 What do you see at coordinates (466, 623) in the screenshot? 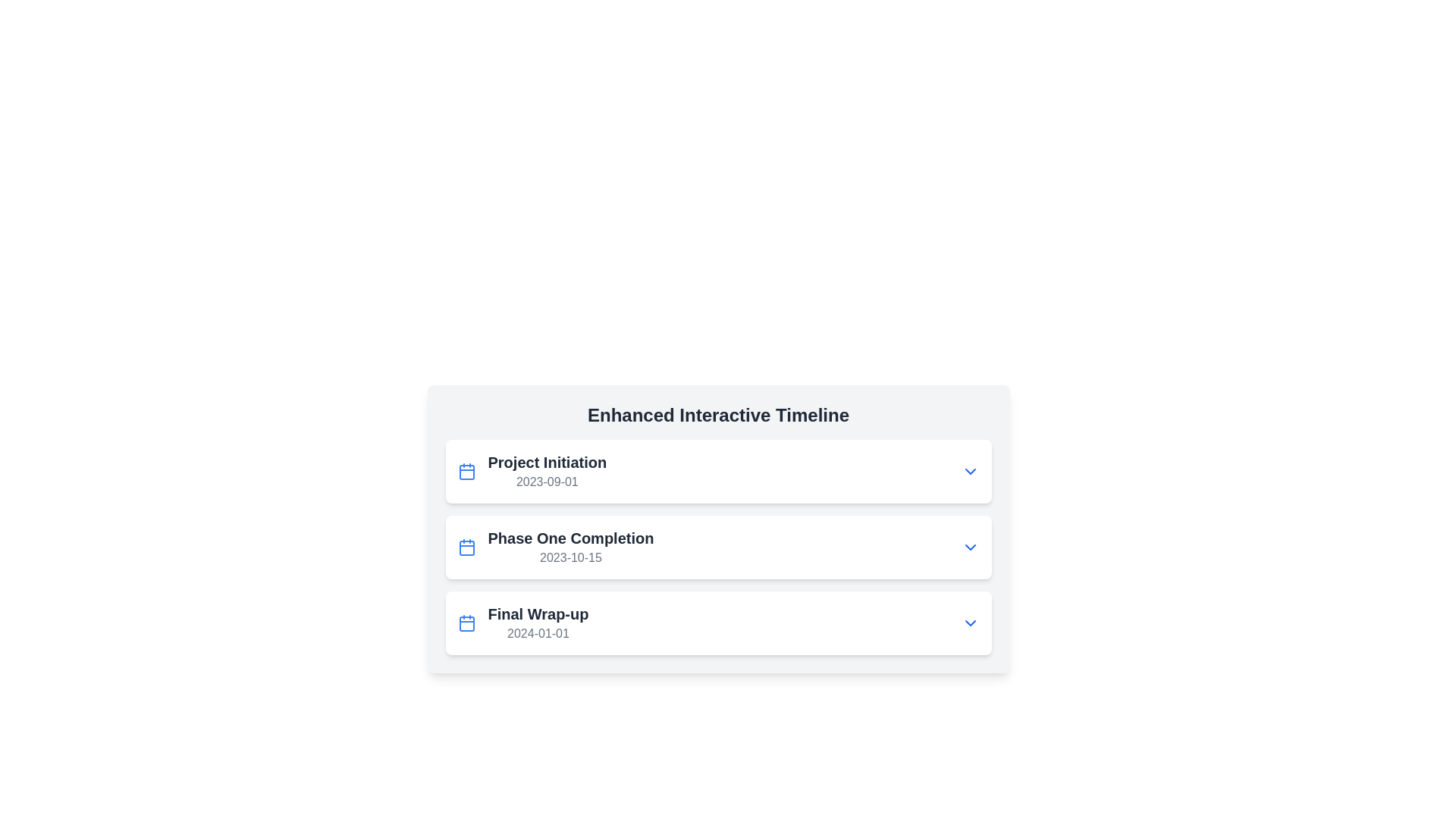
I see `the calendar icon located at the beginning of the 'Final Wrap-up' section, which signifies date-related content` at bounding box center [466, 623].